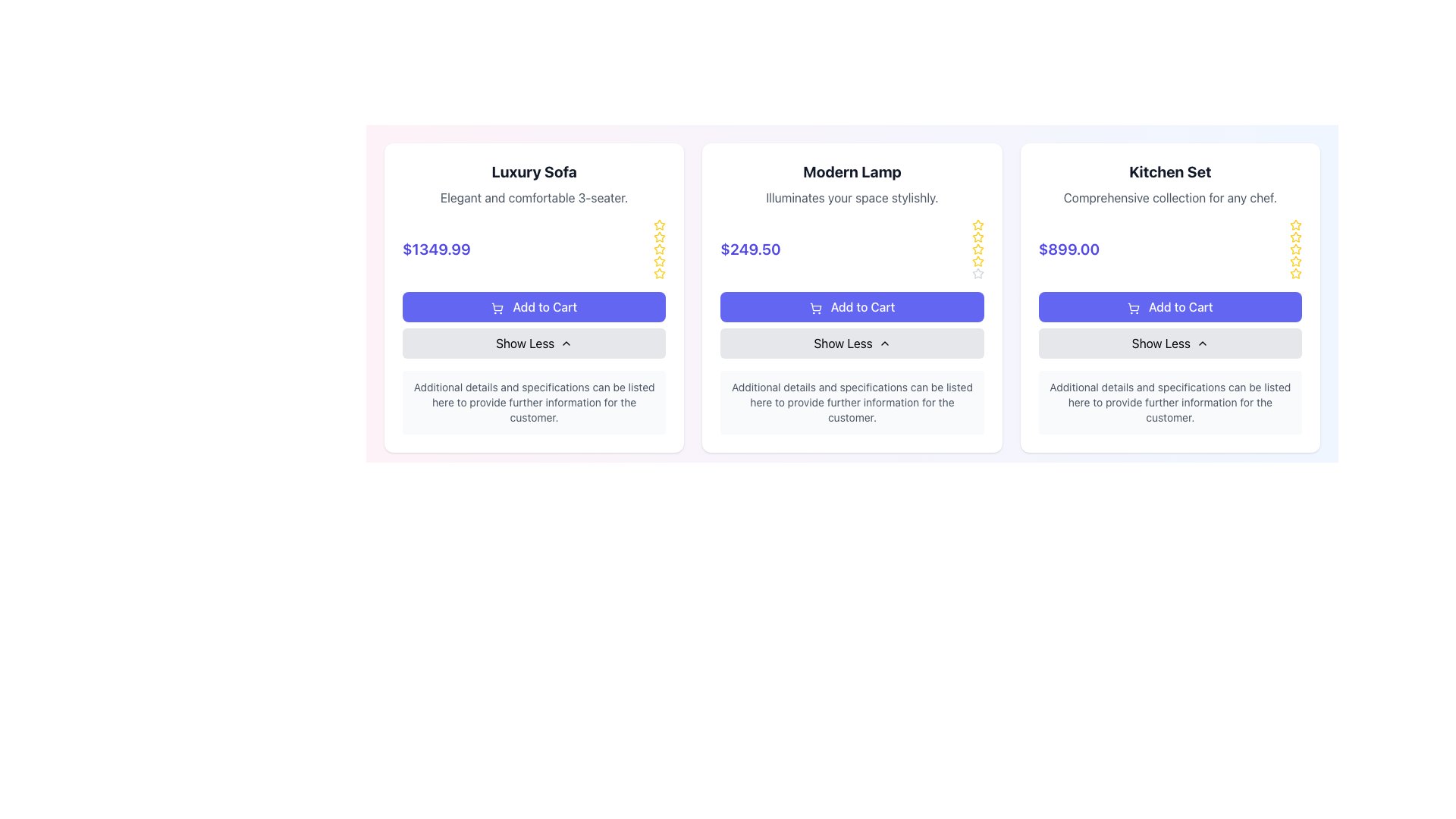 Image resolution: width=1456 pixels, height=819 pixels. What do you see at coordinates (534, 402) in the screenshot?
I see `text from the text area located at the bottom of the 'Luxury Sofa' product card, just below the 'Show Less' button` at bounding box center [534, 402].